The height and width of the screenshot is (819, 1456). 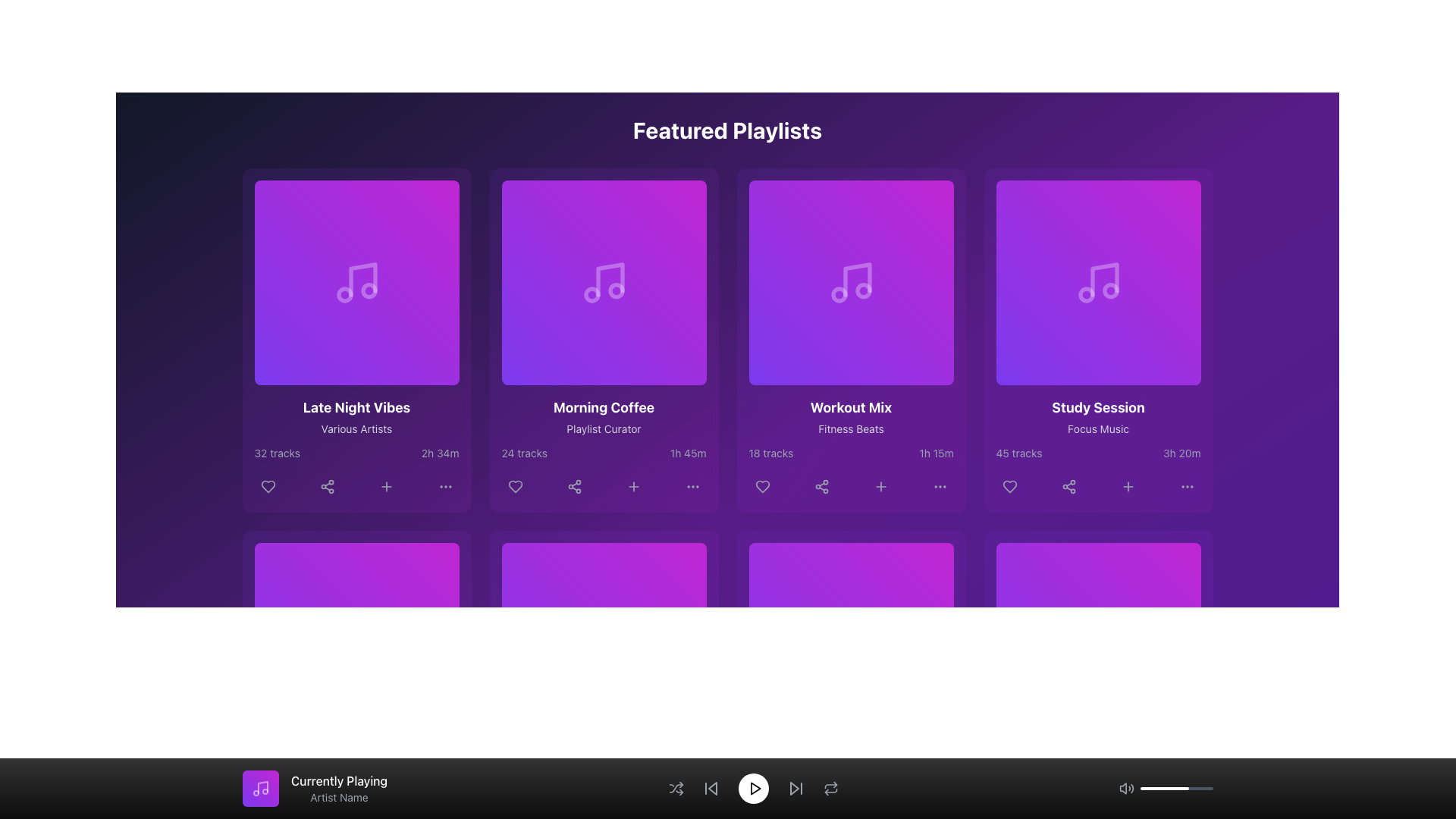 What do you see at coordinates (268, 486) in the screenshot?
I see `the outlined heart-shaped icon located in the bottom left quadrant of the 'Late Night Vibes' card in the 'Featured Playlists' section` at bounding box center [268, 486].